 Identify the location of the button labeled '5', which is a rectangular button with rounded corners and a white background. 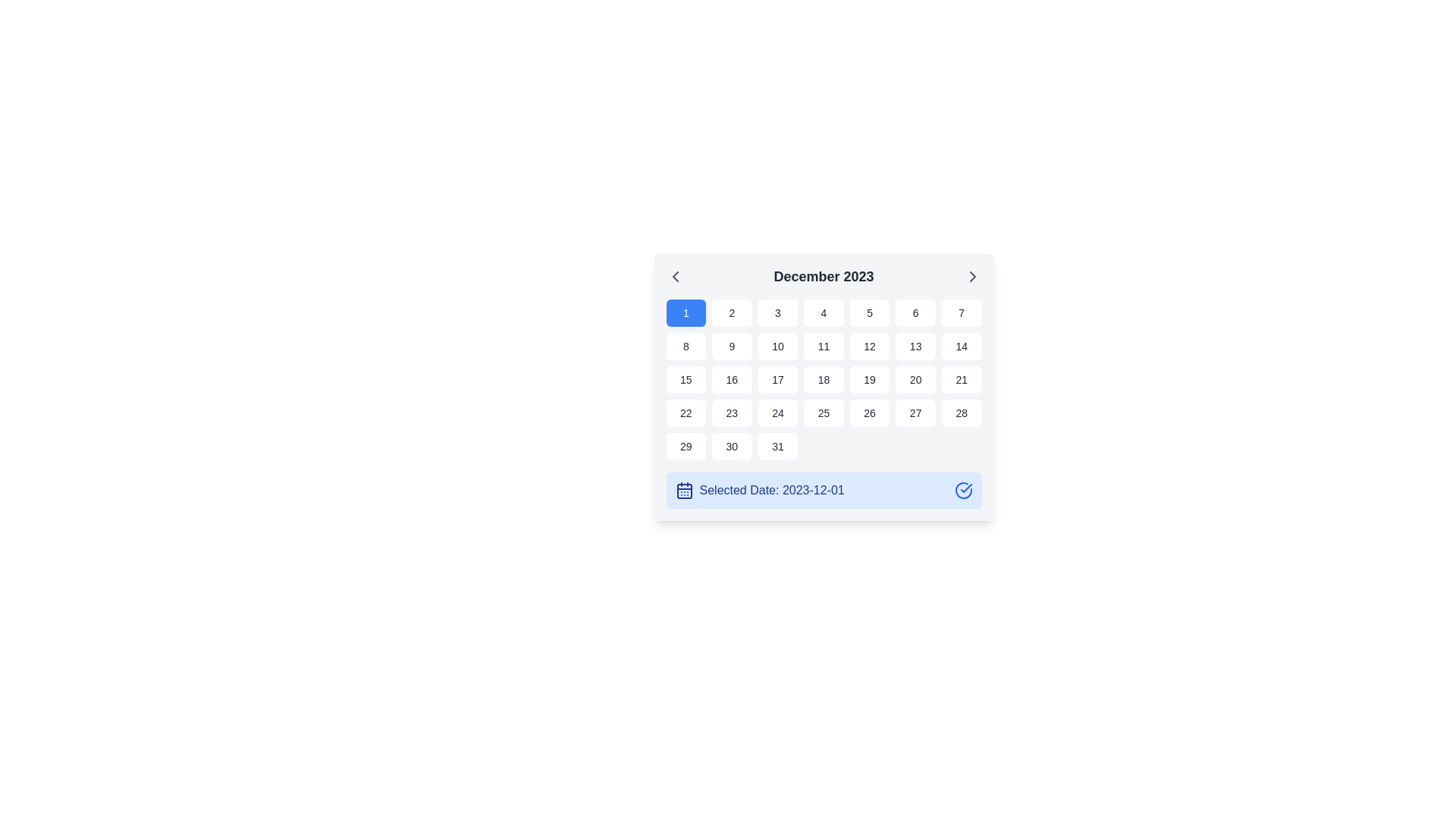
(870, 312).